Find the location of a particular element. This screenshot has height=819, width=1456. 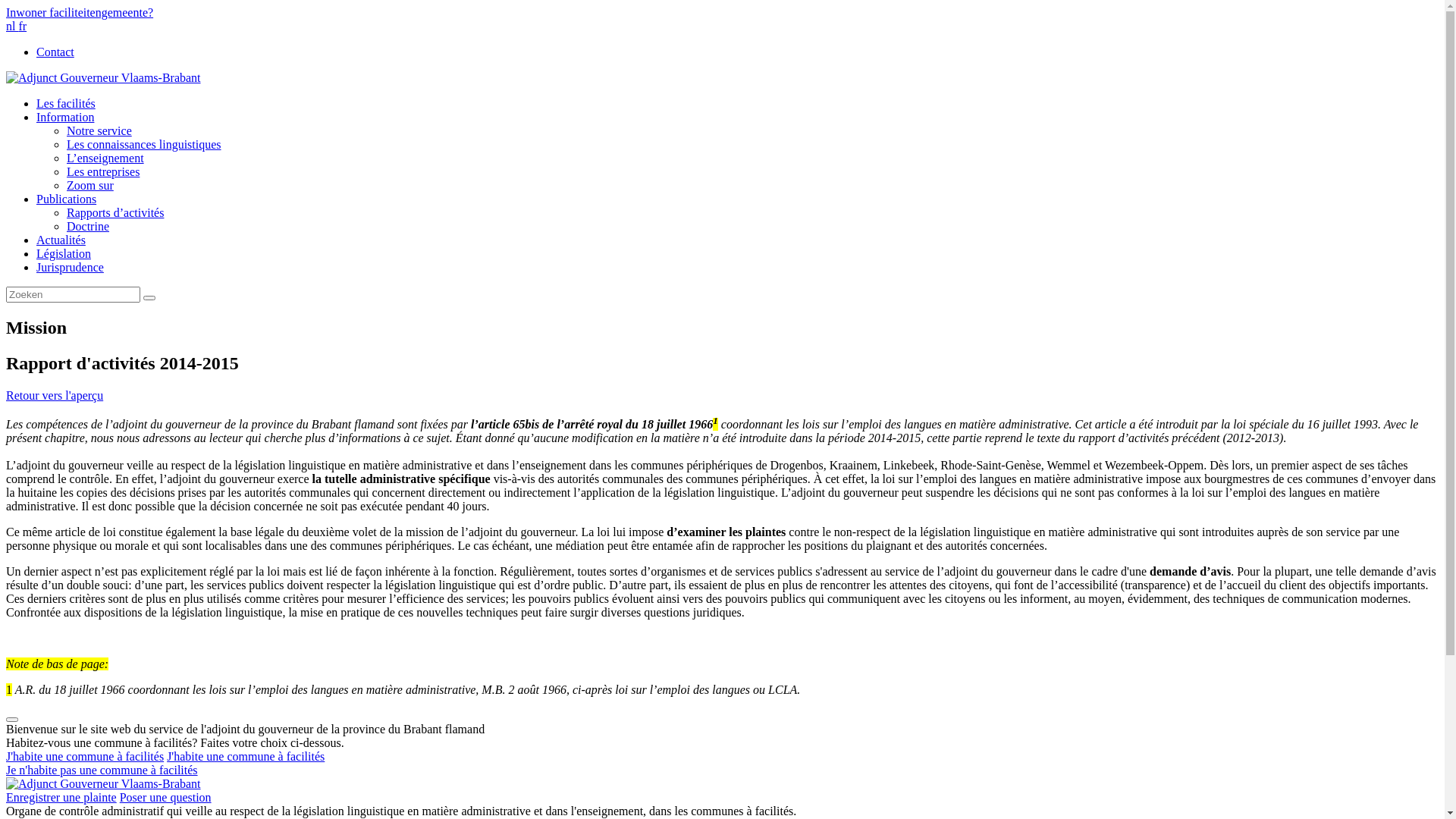

'Enregistrer une plainte' is located at coordinates (61, 796).